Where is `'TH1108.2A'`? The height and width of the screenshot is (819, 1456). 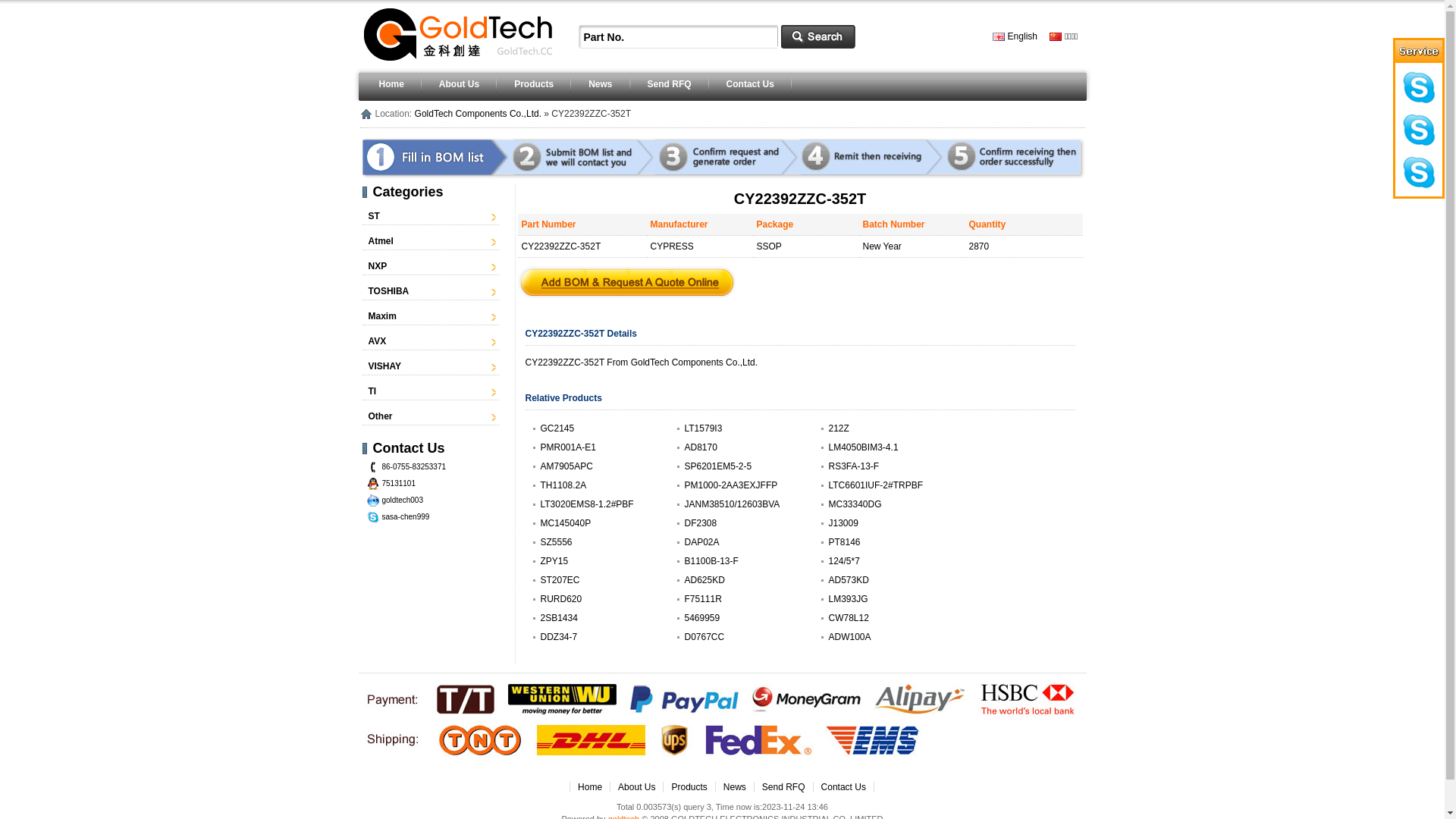
'TH1108.2A' is located at coordinates (562, 485).